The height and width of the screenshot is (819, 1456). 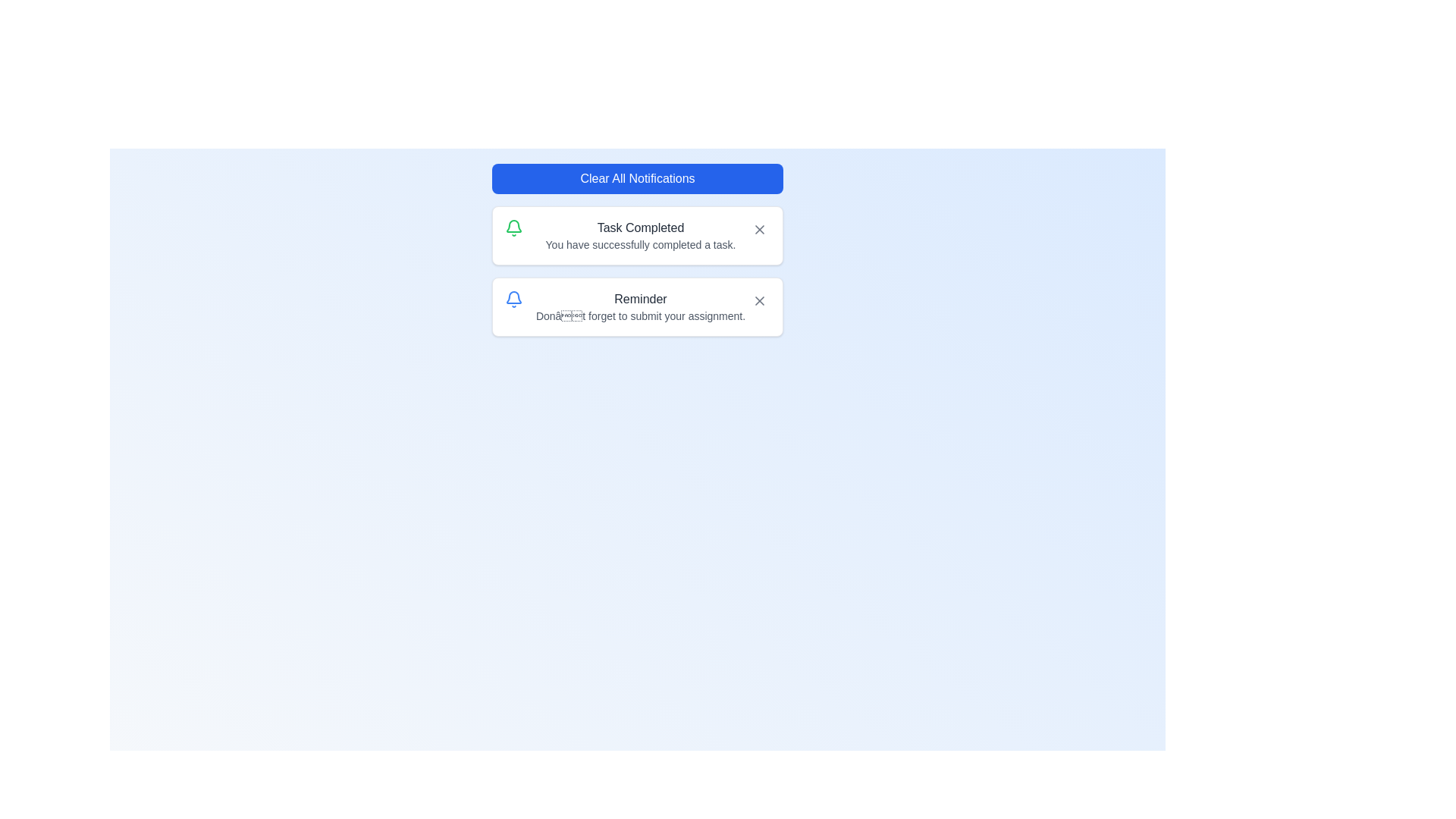 What do you see at coordinates (513, 226) in the screenshot?
I see `the green bell-shaped notification icon which represents alerts, located to the left of the 'Reminder' notification text` at bounding box center [513, 226].